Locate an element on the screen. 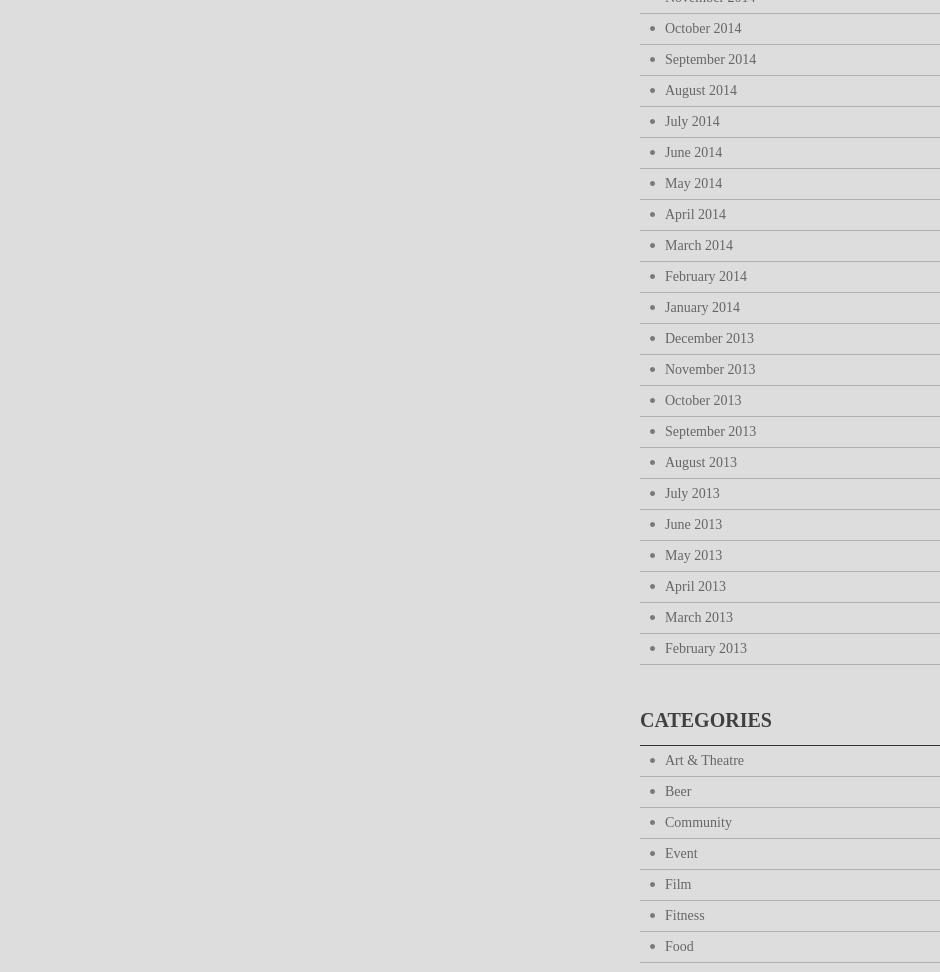 The height and width of the screenshot is (972, 940). 'June 2014' is located at coordinates (692, 152).